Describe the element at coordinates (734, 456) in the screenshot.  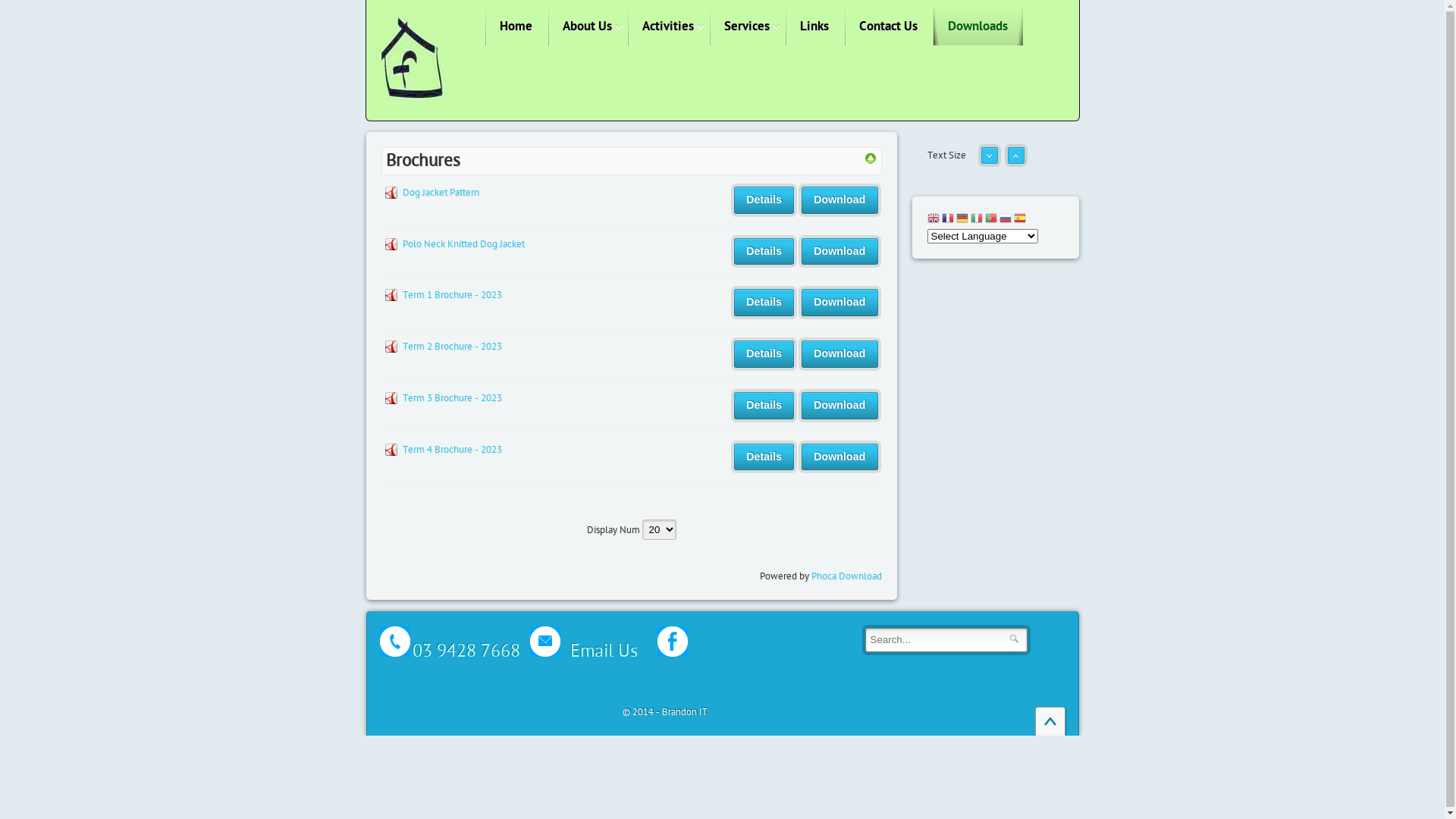
I see `'Details'` at that location.